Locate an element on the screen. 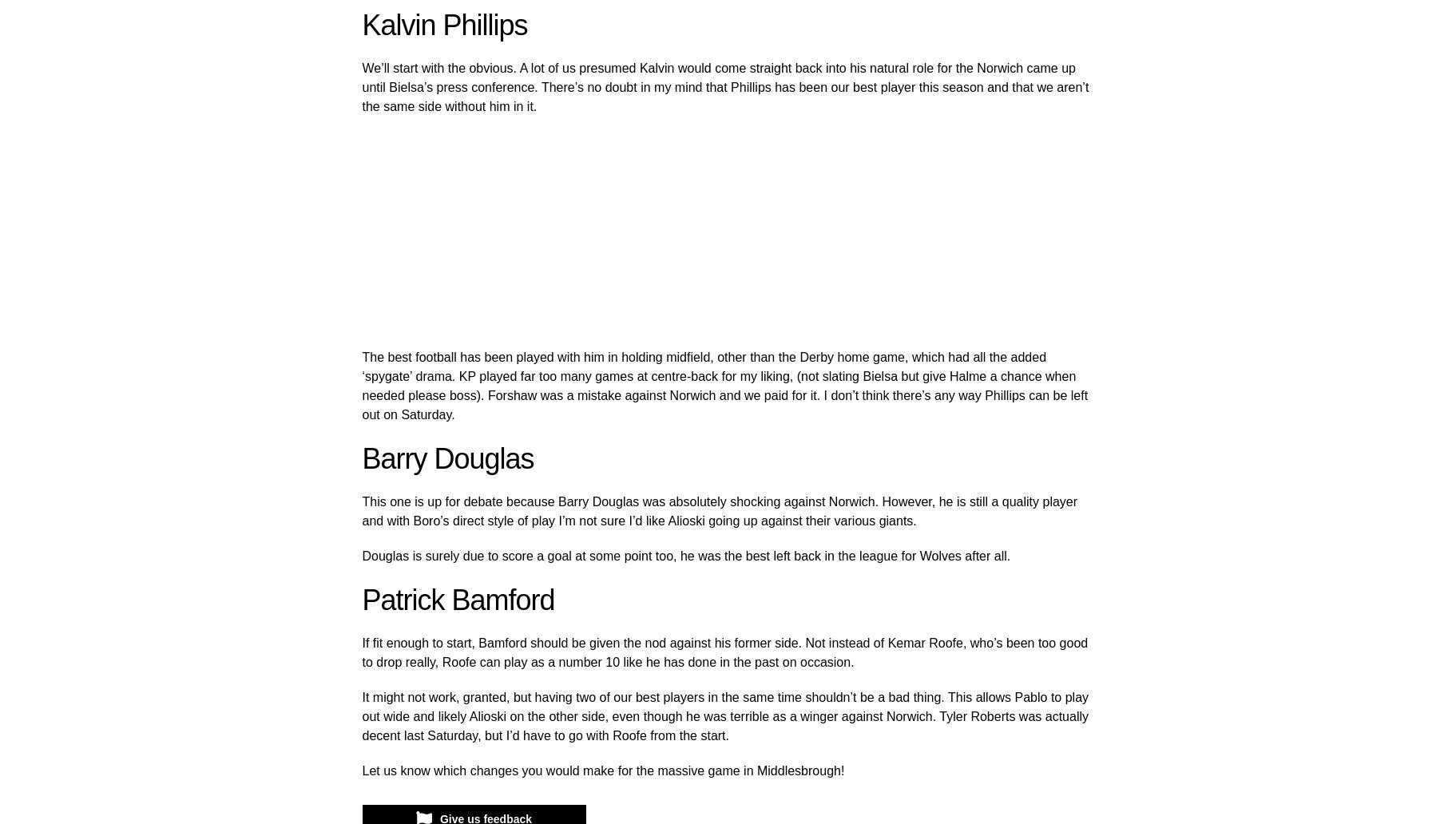 This screenshot has height=824, width=1456. 'This one is up for debate because Barry Douglas was absolutely shocking against Norwich. However, he is still a quality player and with Boro’s direct style of play I’m not sure I’d like Alioski going up against their various giants.' is located at coordinates (718, 511).